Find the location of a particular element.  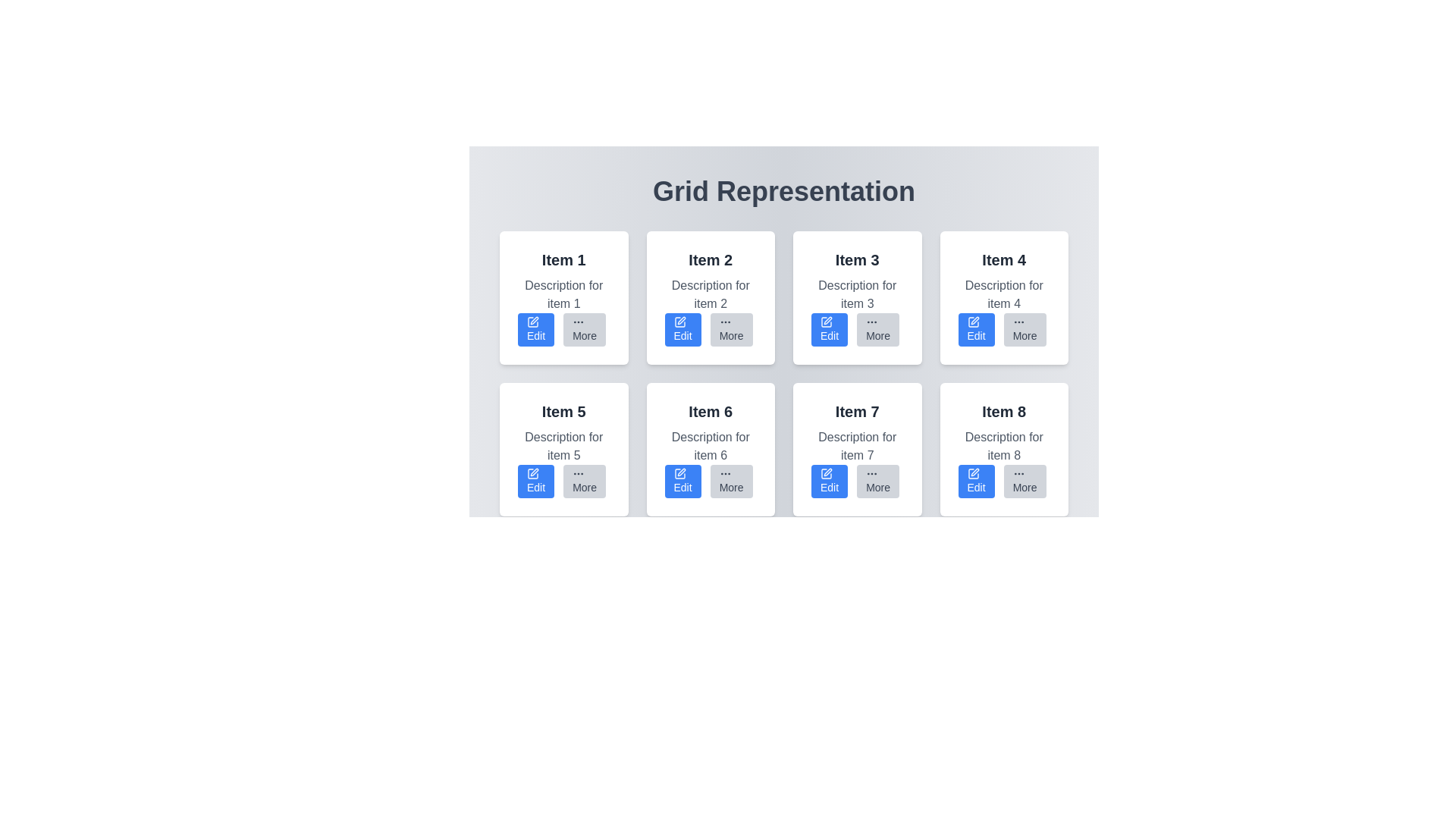

the edit button located is located at coordinates (682, 632).